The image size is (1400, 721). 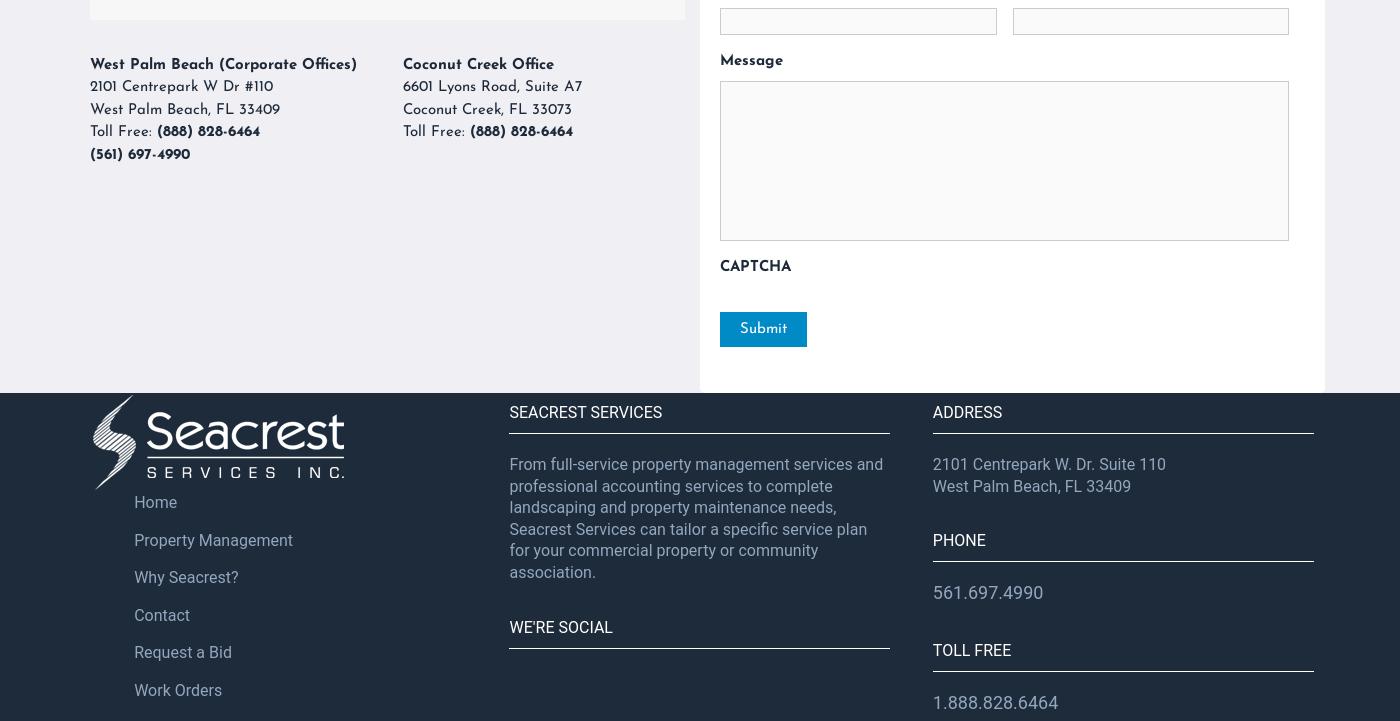 What do you see at coordinates (176, 688) in the screenshot?
I see `'Work Orders'` at bounding box center [176, 688].